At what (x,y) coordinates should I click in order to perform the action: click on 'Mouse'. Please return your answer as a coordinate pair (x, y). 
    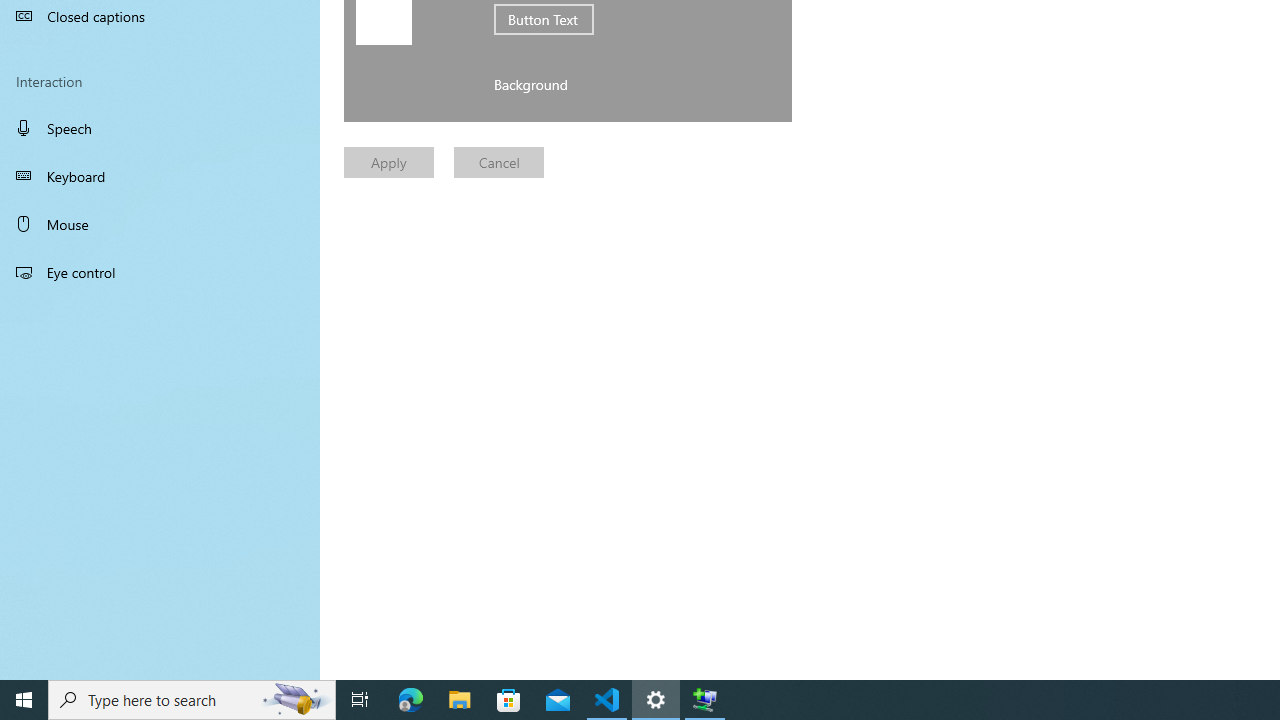
    Looking at the image, I should click on (160, 223).